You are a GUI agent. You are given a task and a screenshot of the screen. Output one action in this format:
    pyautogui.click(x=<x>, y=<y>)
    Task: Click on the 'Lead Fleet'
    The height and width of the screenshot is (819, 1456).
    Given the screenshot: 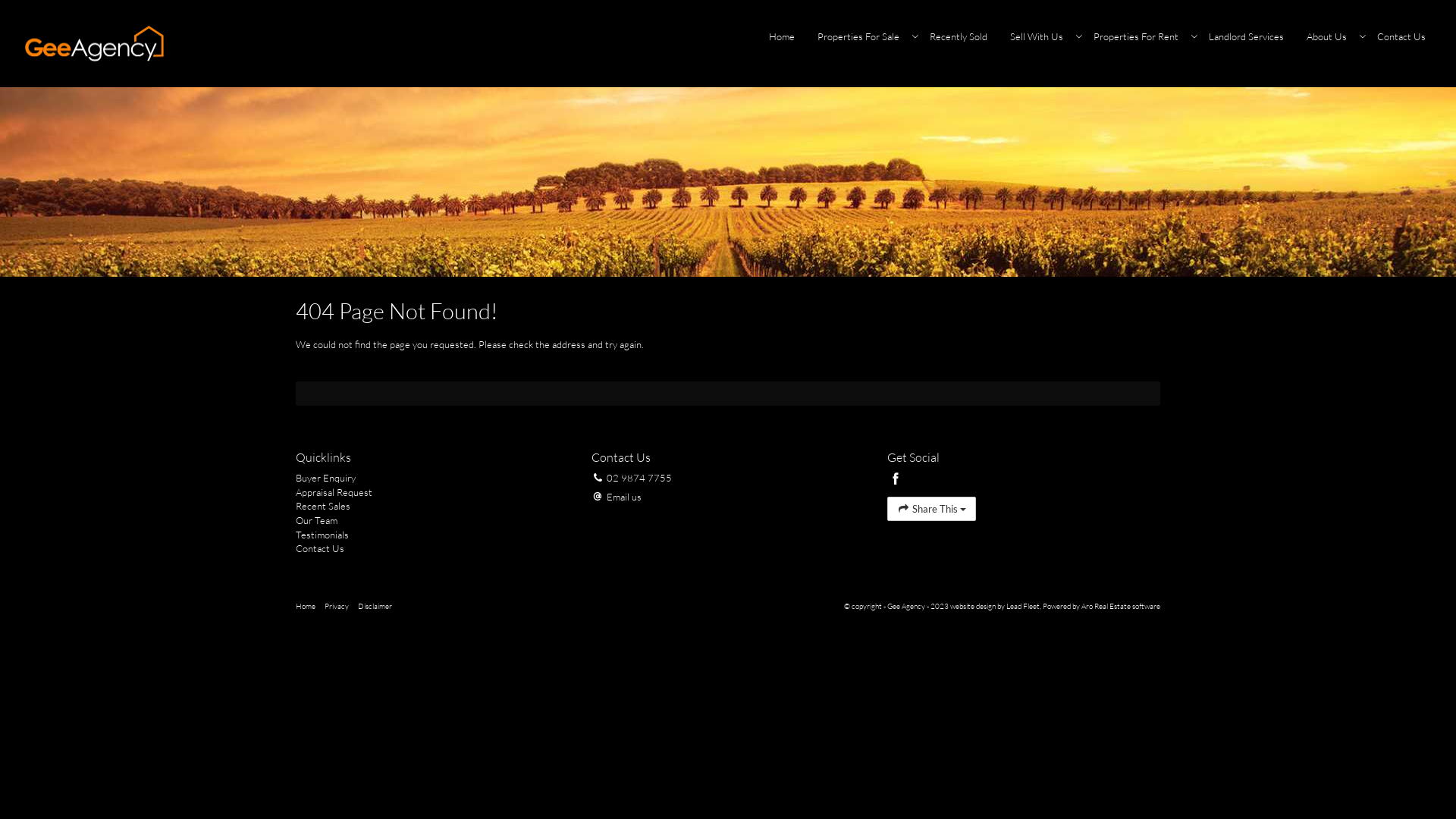 What is the action you would take?
    pyautogui.click(x=1006, y=605)
    